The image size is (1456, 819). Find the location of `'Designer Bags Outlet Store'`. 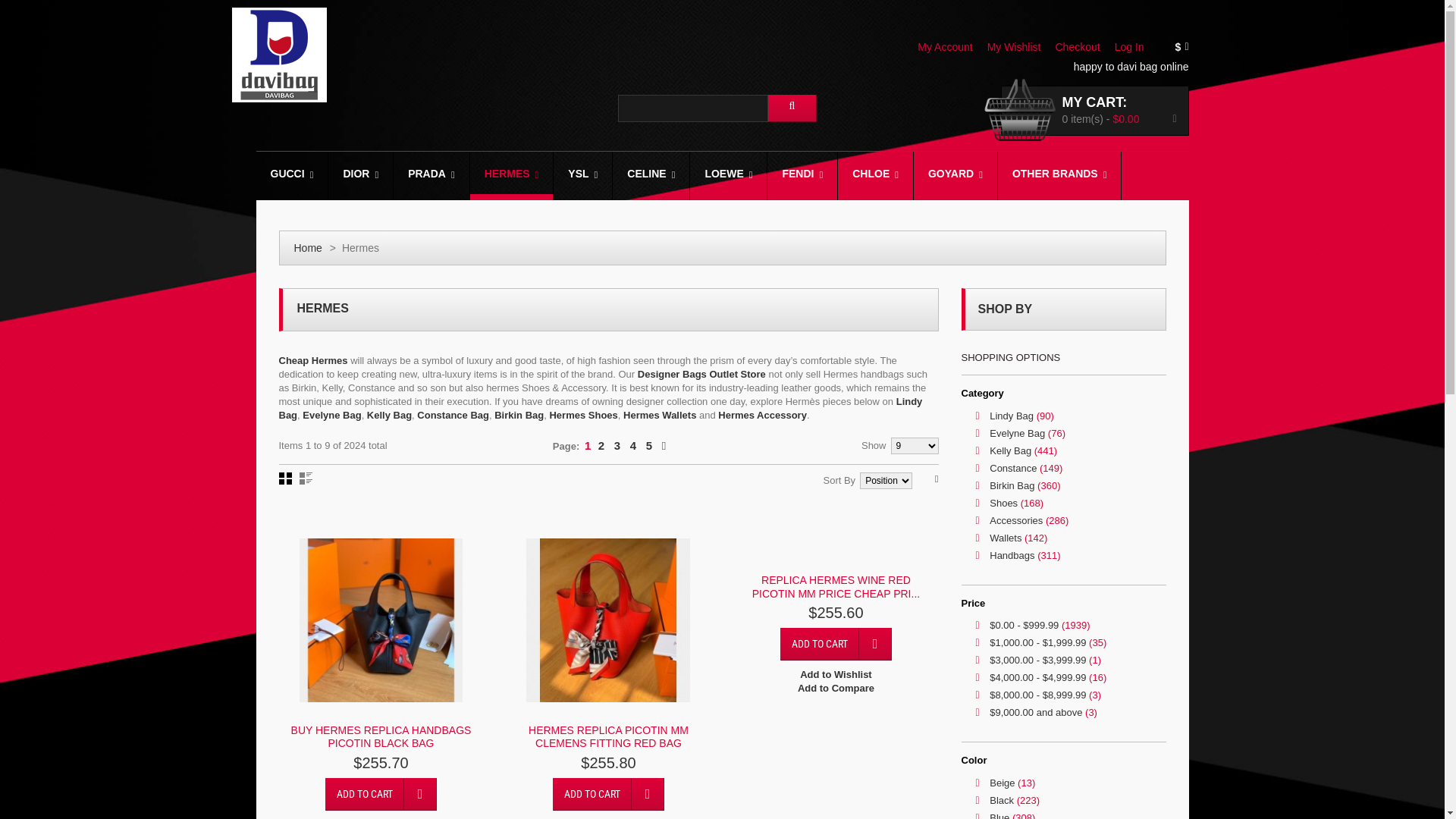

'Designer Bags Outlet Store' is located at coordinates (637, 374).